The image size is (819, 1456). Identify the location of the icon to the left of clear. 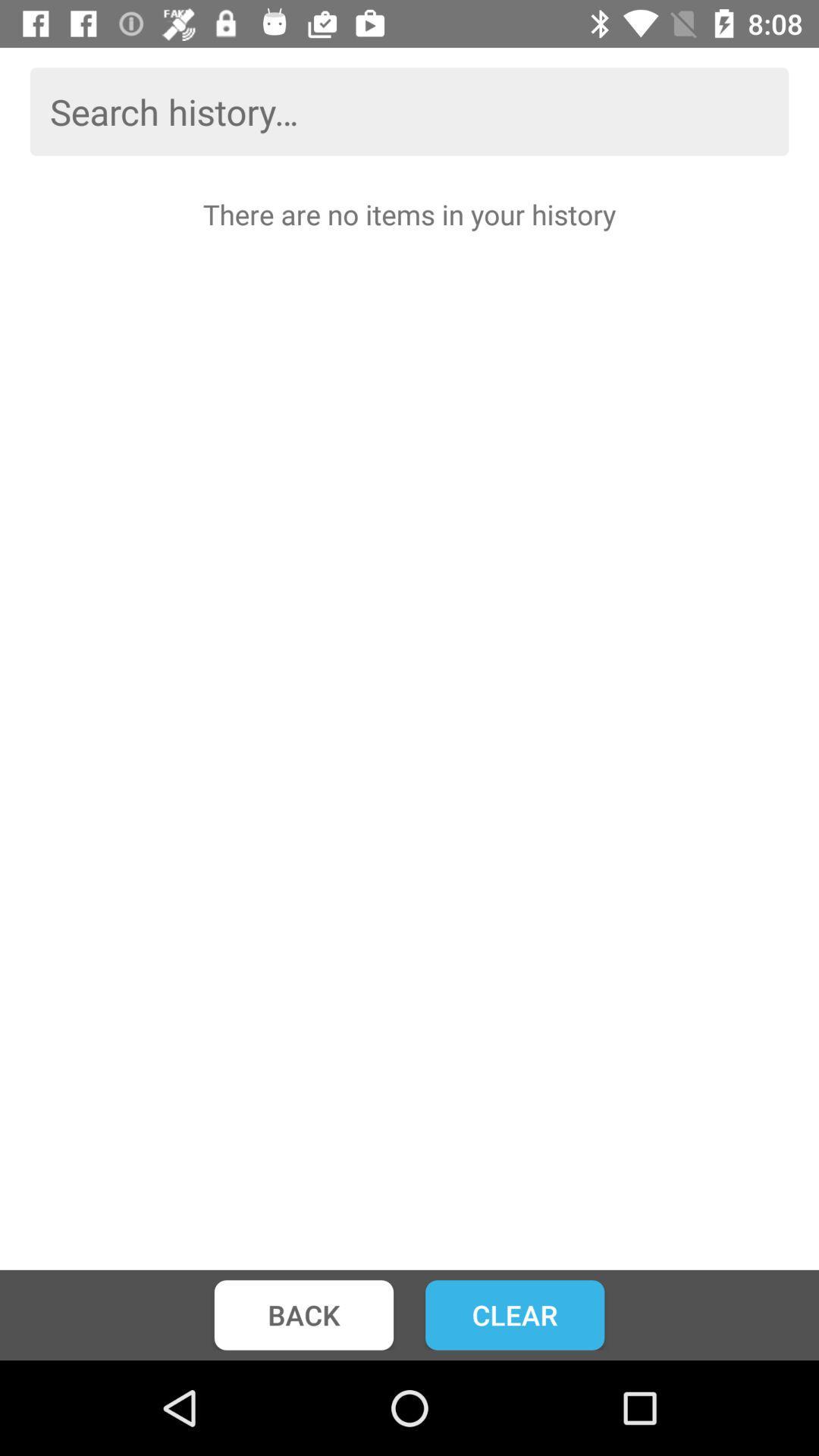
(303, 1314).